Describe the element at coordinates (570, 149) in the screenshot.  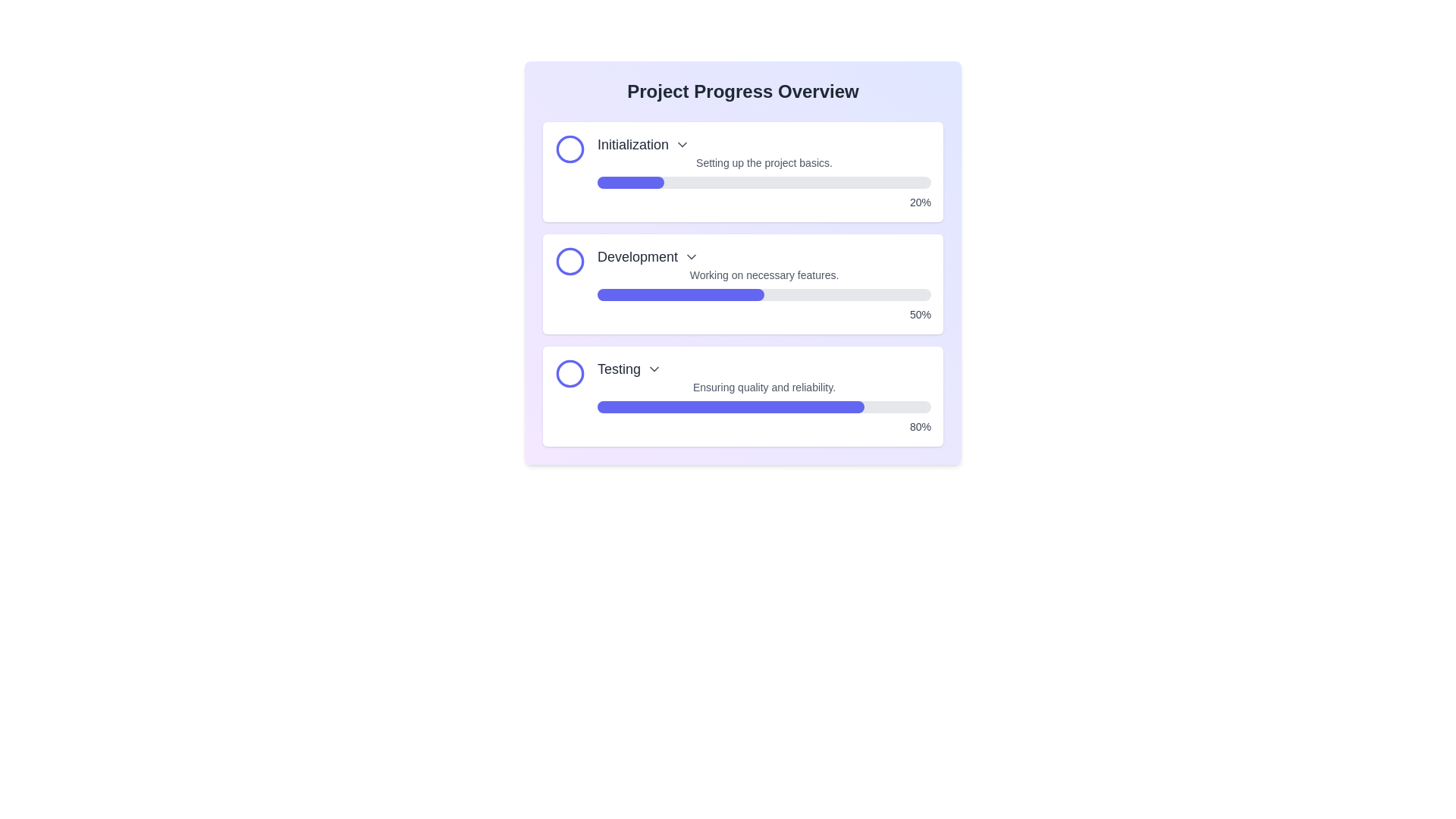
I see `the indigo-colored circular icon with a filled dot in its center, located at the top-left corner of the 'Initialization' section, to interact with it` at that location.